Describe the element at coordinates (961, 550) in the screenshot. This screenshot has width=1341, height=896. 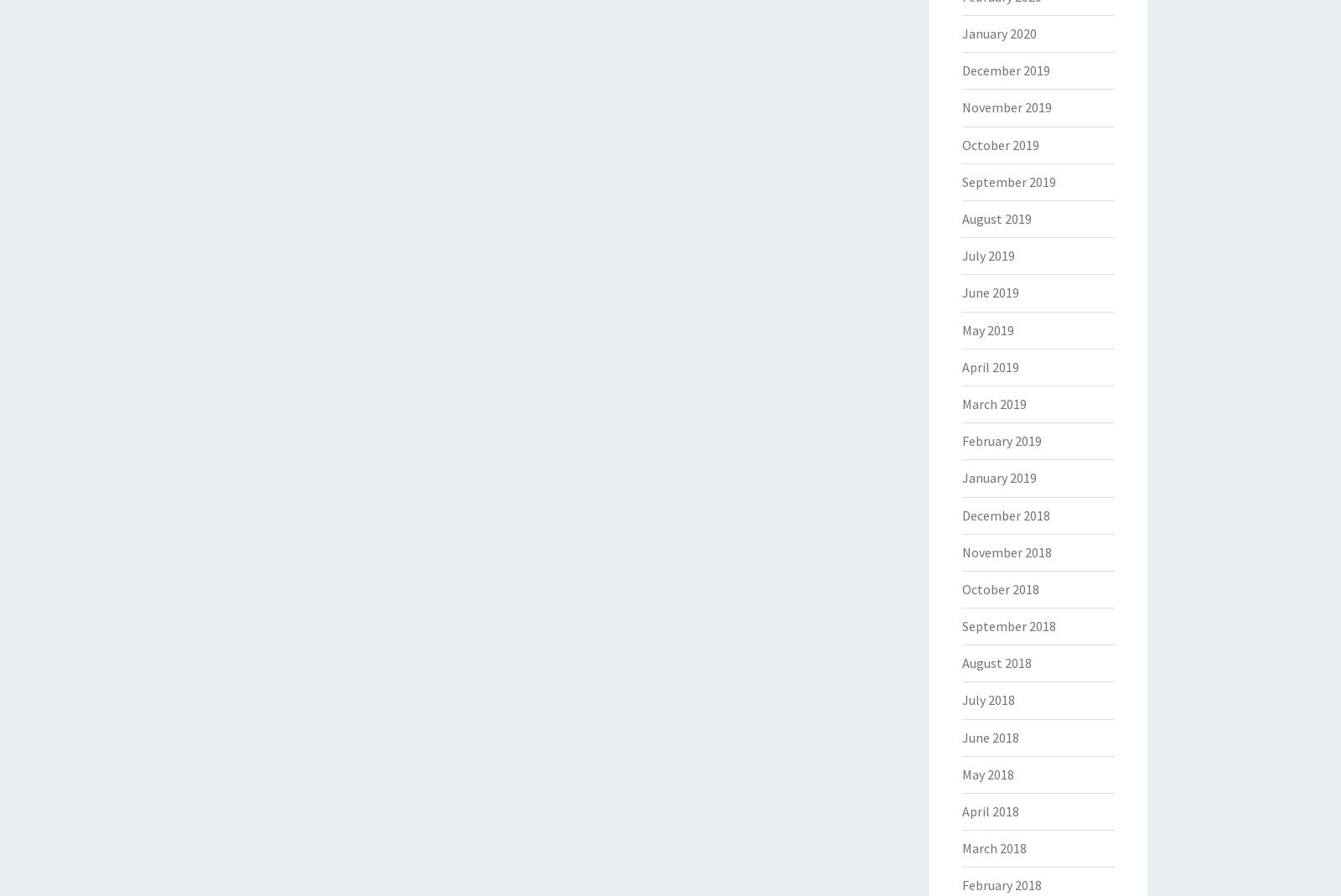
I see `'November 2018'` at that location.